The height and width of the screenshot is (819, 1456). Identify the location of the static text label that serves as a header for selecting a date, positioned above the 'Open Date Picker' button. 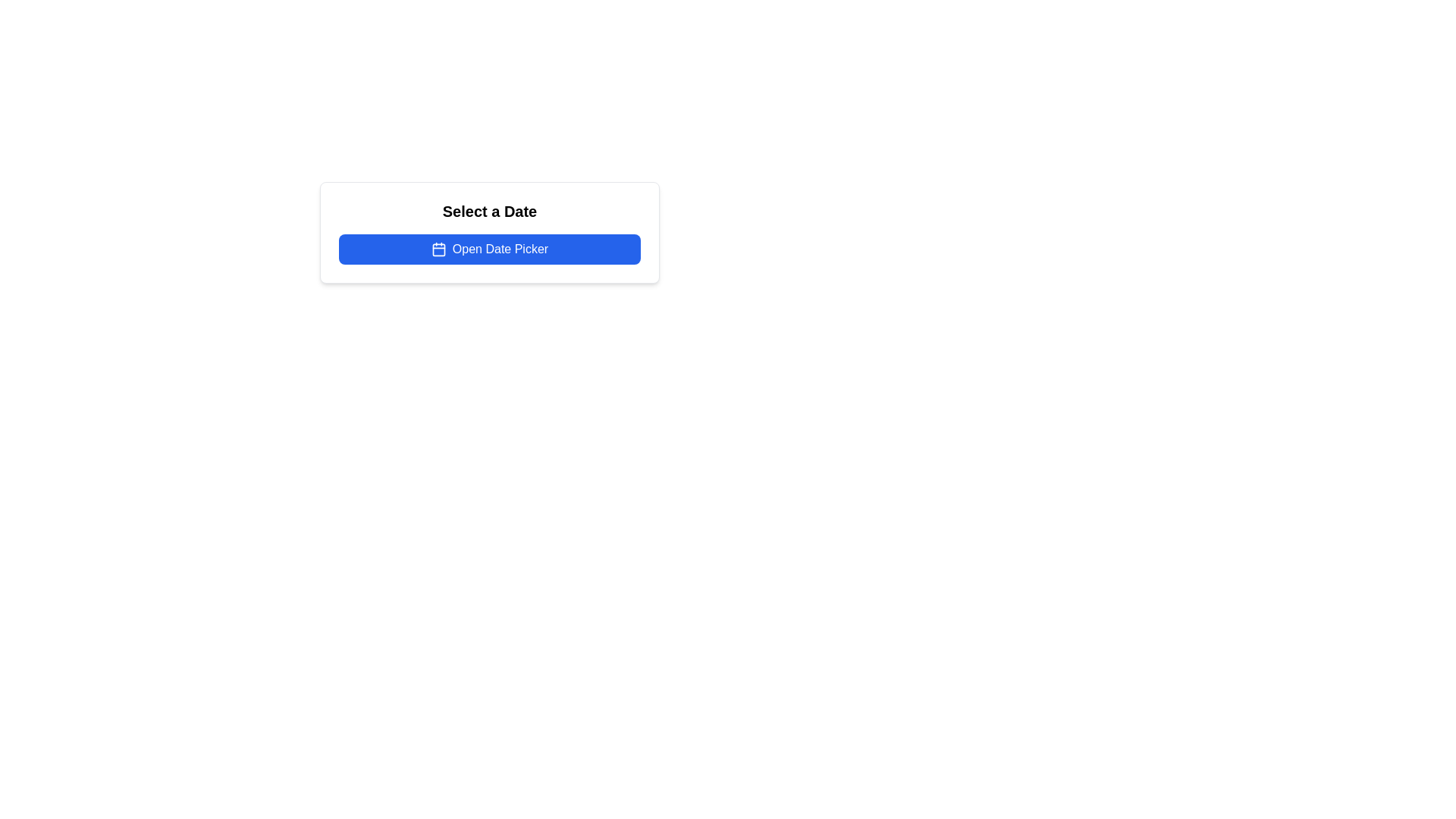
(490, 211).